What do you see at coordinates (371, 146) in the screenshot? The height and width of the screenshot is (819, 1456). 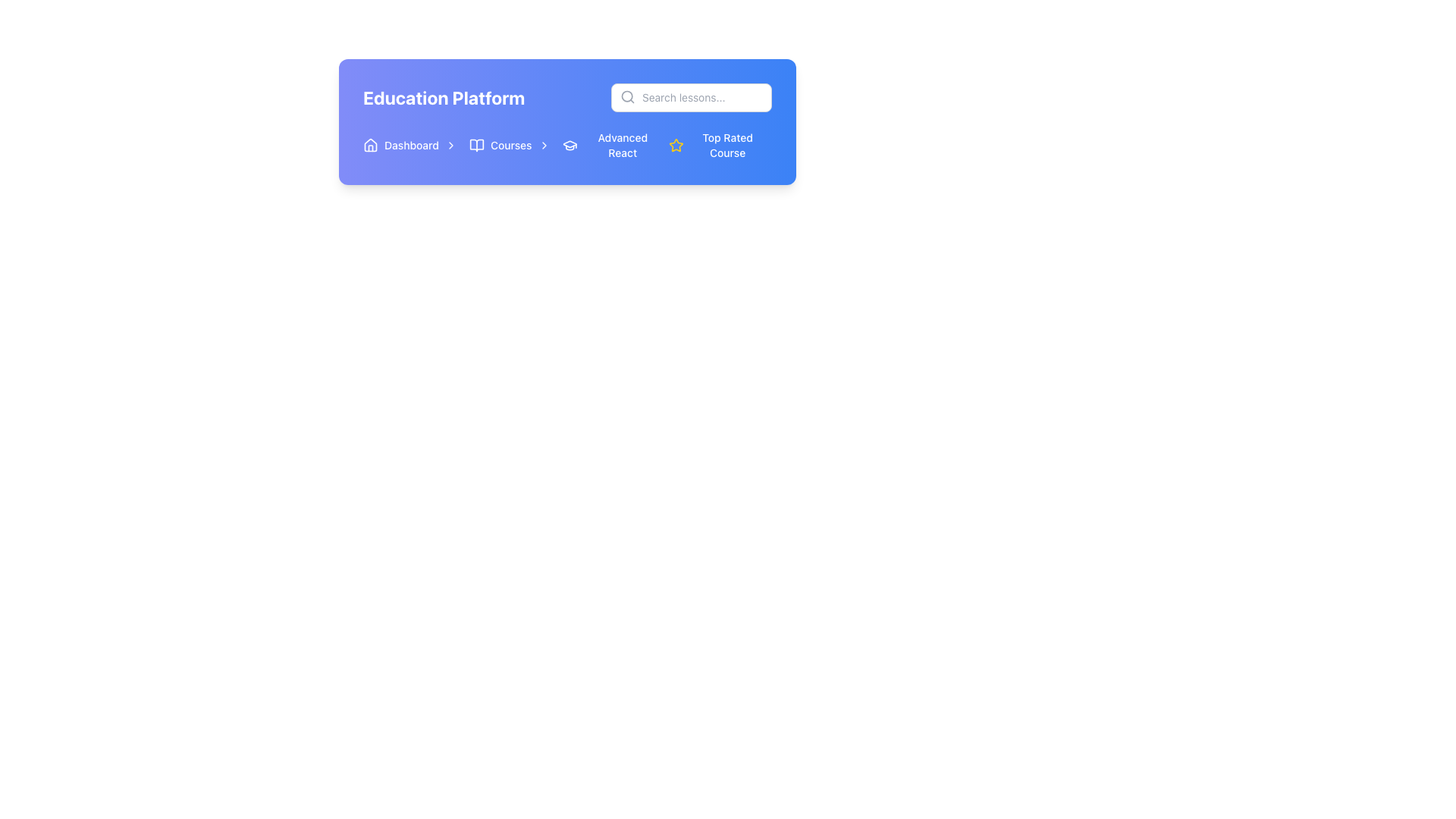 I see `the 'Dashboard' icon` at bounding box center [371, 146].